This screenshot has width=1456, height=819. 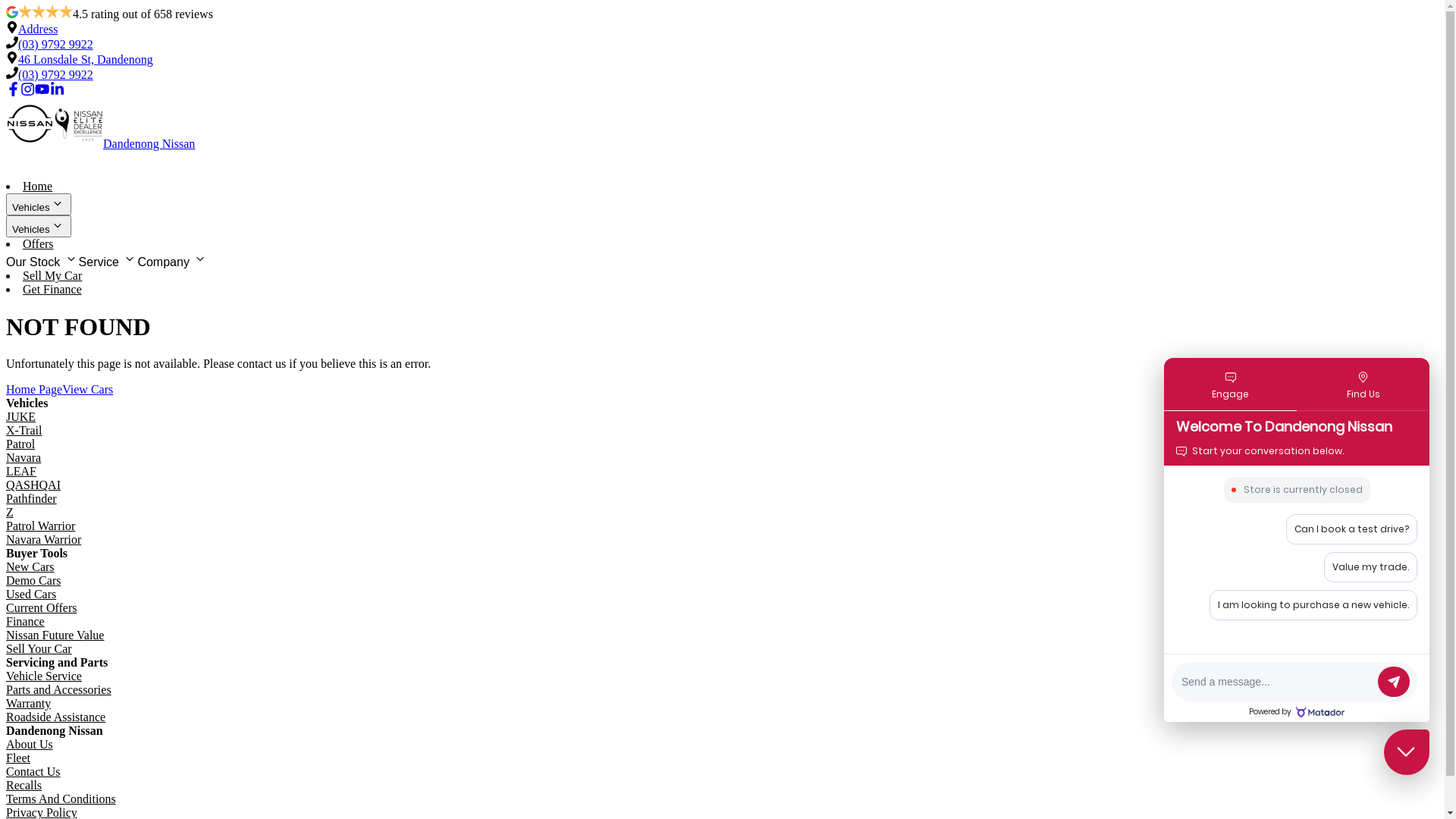 I want to click on 'Pathfinder', so click(x=31, y=498).